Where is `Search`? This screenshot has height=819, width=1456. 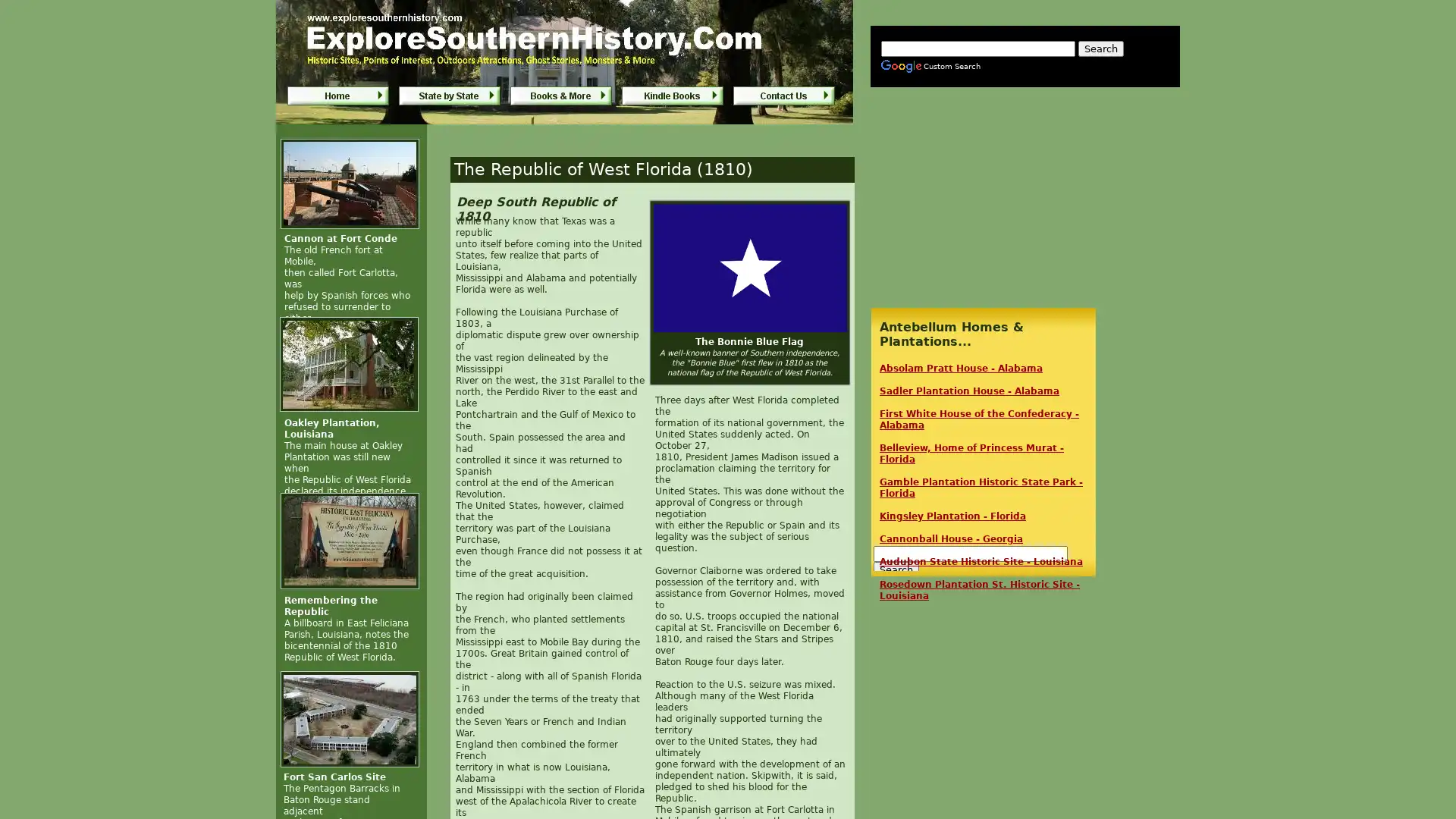
Search is located at coordinates (1100, 48).